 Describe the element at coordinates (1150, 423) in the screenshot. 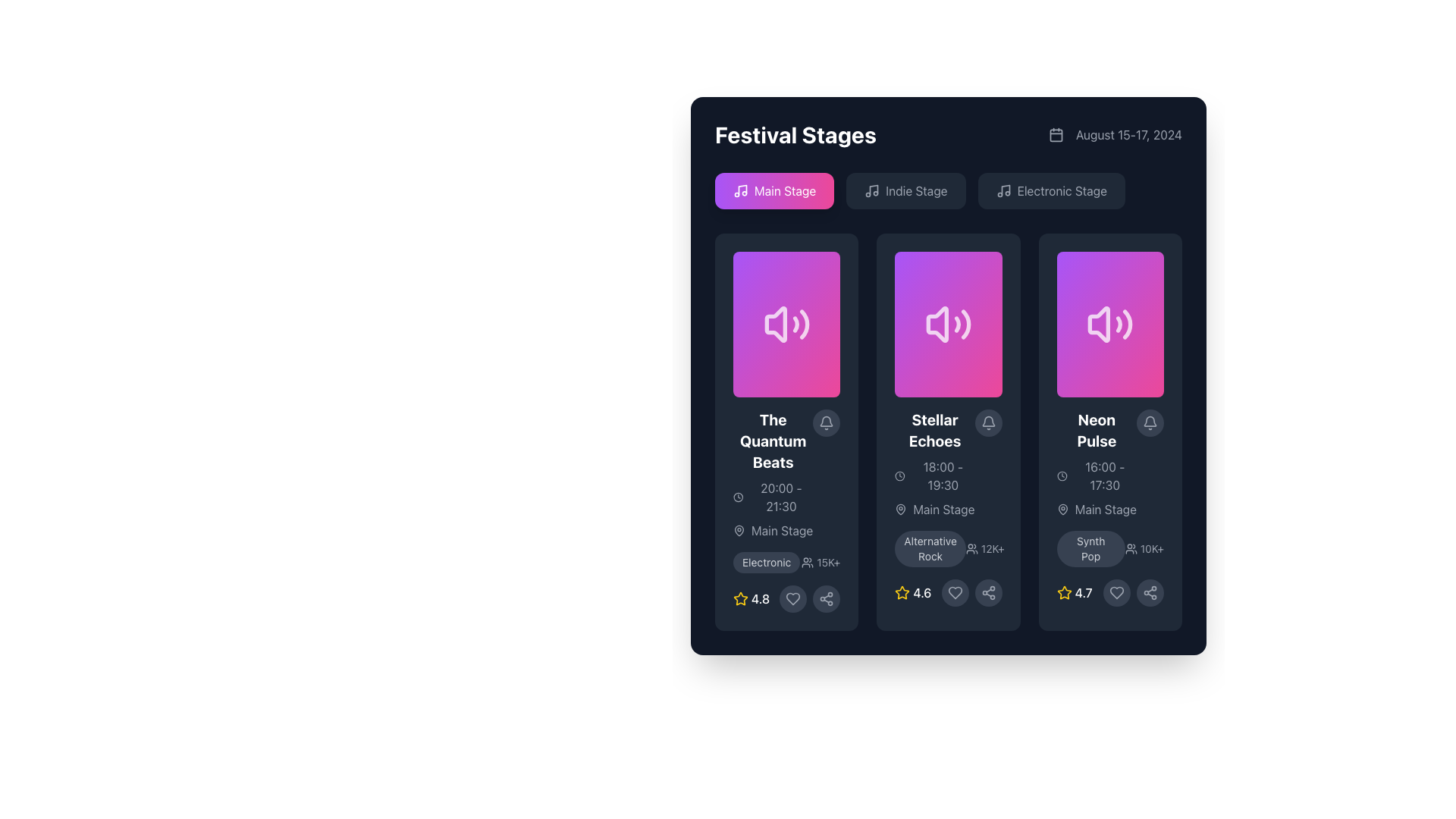

I see `the circular notification button featuring a bell symbol located at the top-right corner of the 'Neon Pulse' card` at that location.